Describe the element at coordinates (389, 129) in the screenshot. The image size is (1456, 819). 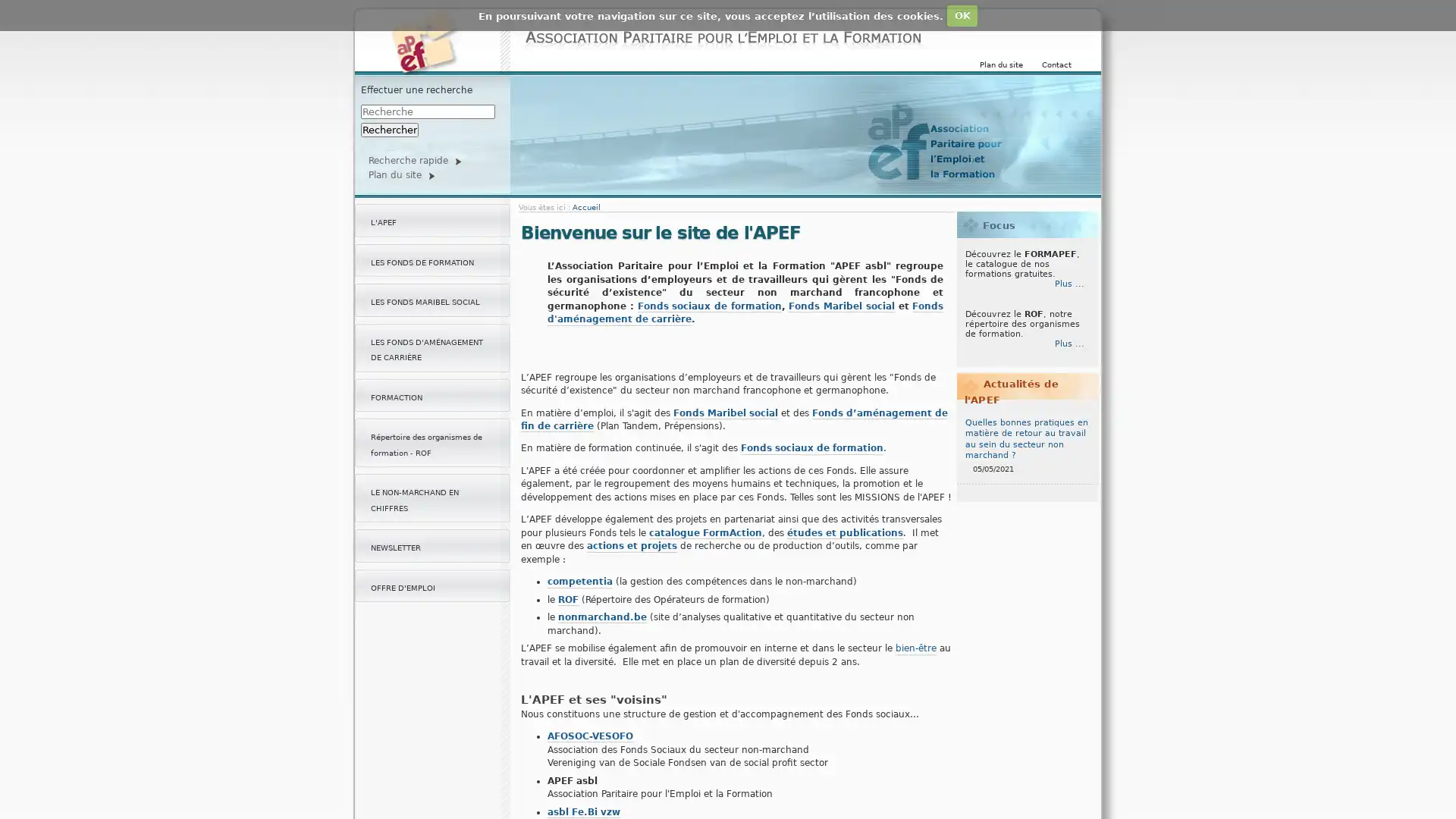
I see `Rechercher` at that location.